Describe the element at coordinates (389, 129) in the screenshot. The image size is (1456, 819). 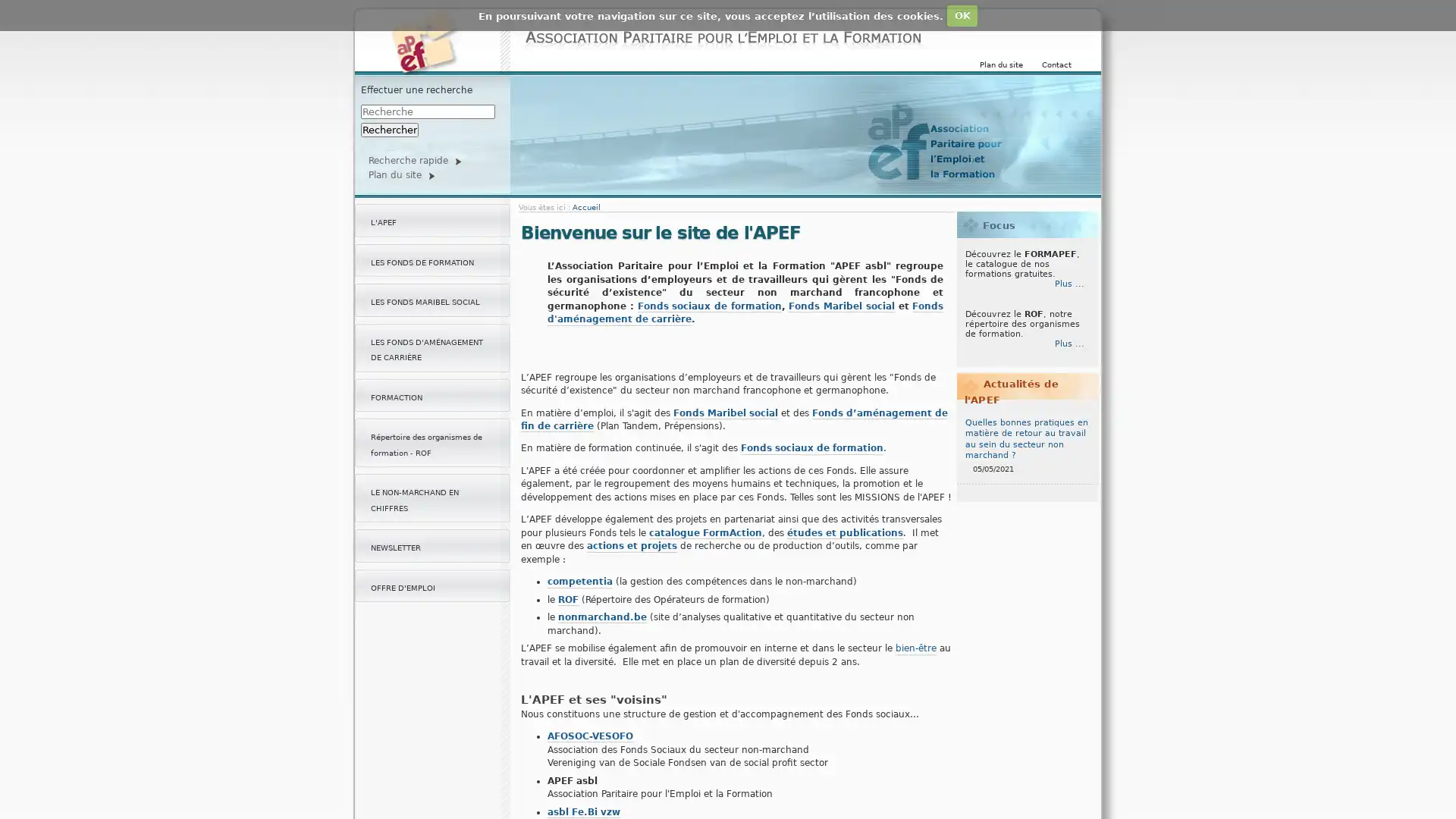
I see `Rechercher` at that location.